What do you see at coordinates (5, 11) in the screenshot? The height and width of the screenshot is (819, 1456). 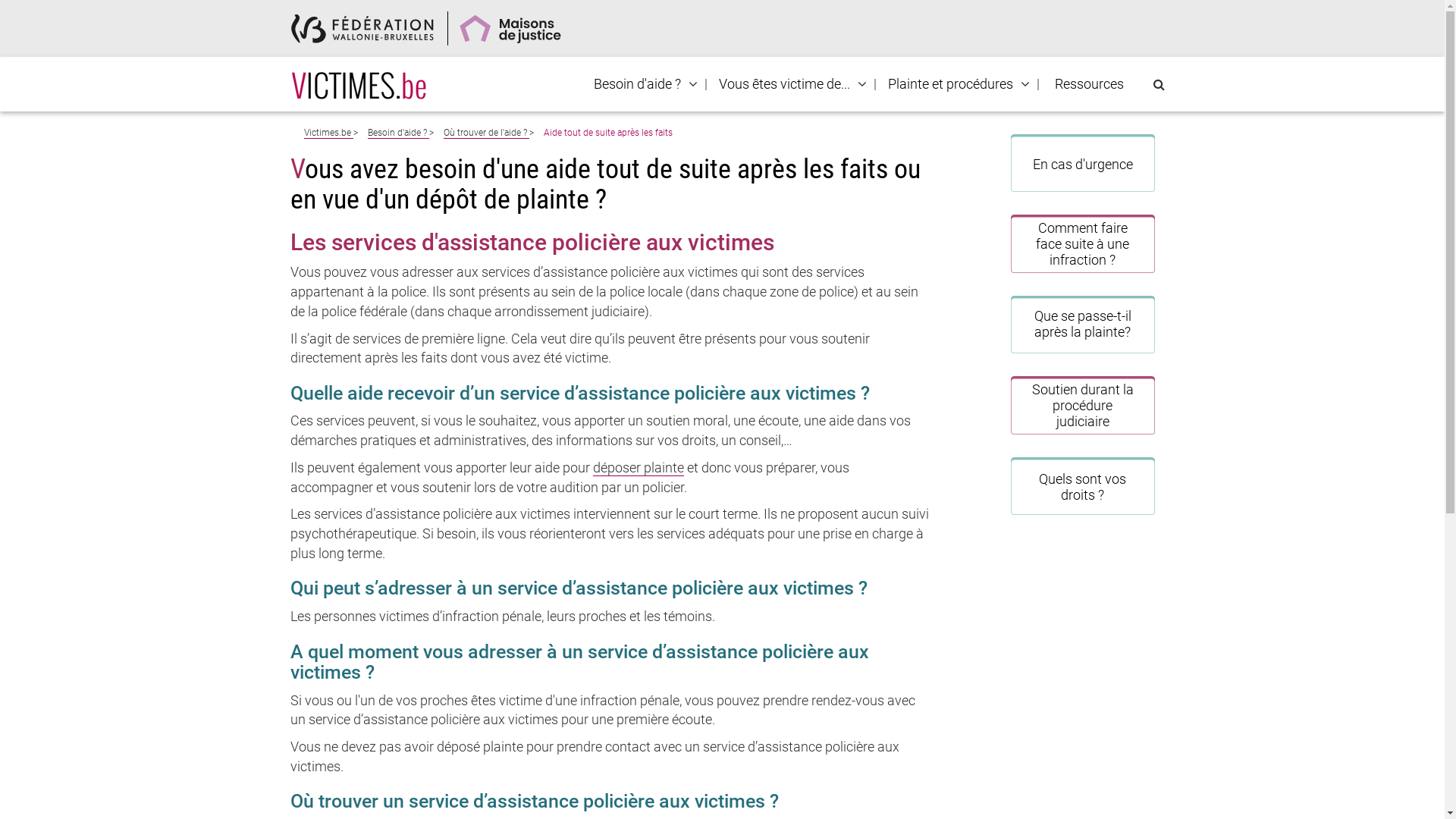 I see `'Recherche'` at bounding box center [5, 11].